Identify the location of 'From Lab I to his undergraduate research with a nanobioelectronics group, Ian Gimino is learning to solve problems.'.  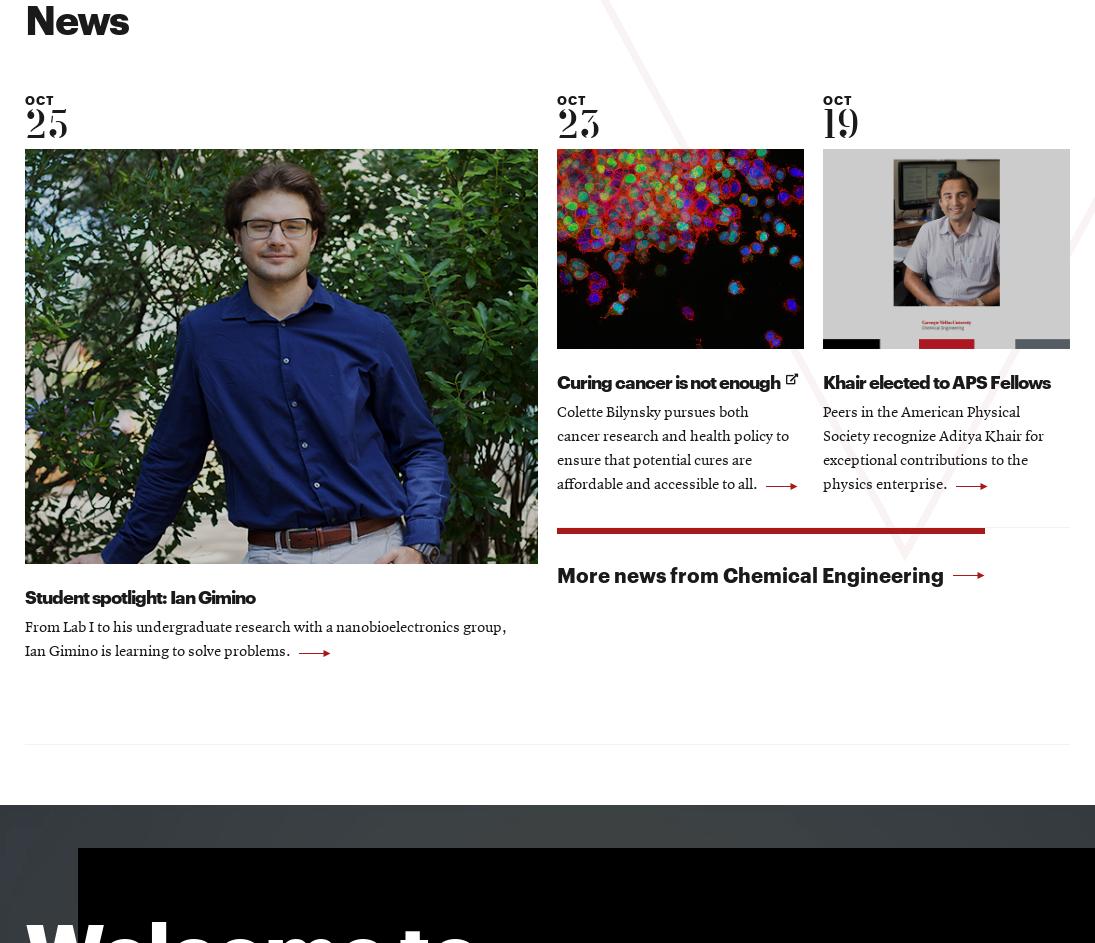
(265, 641).